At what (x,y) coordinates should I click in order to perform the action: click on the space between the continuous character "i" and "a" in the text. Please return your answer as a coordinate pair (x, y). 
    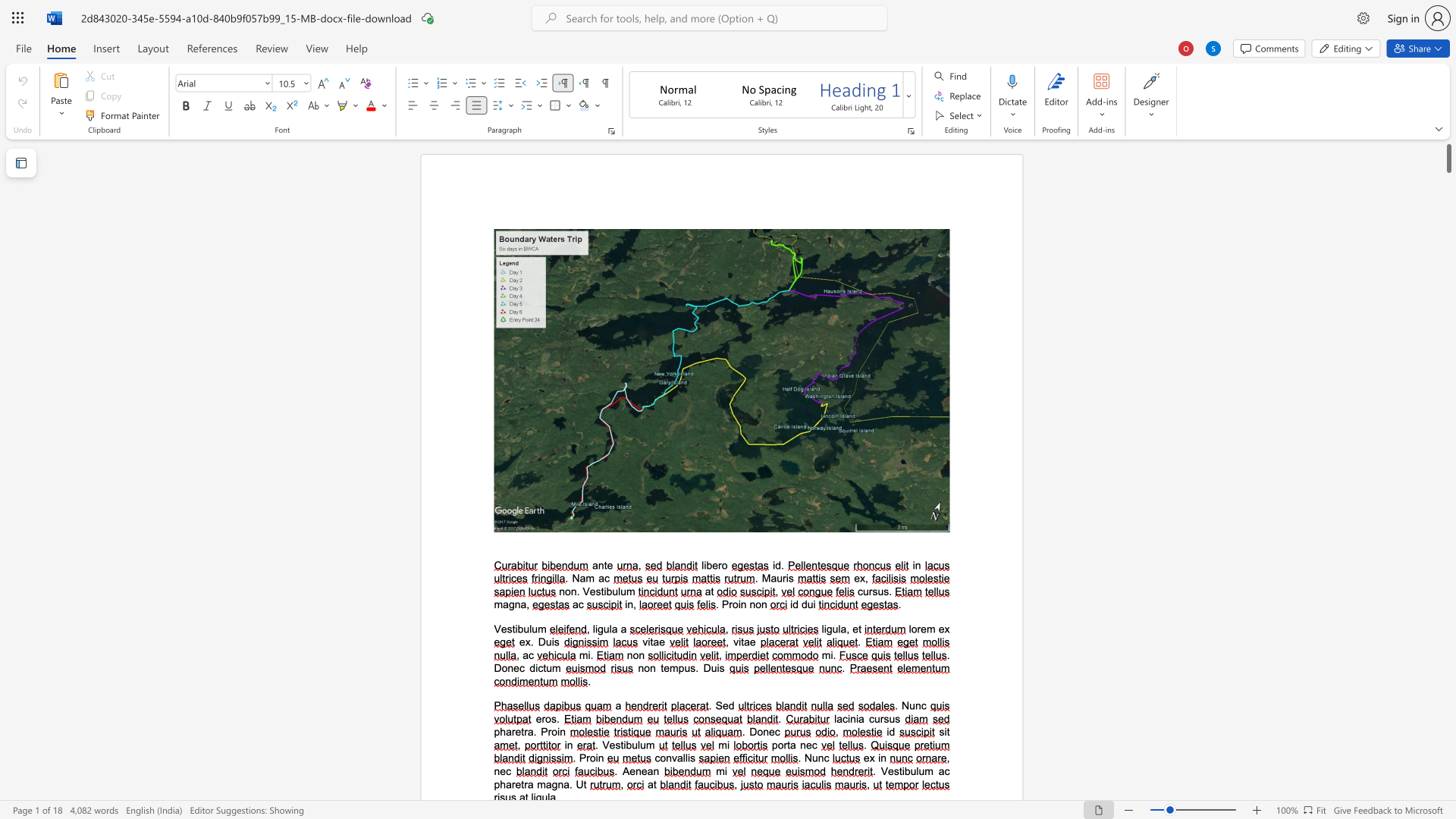
    Looking at the image, I should click on (859, 718).